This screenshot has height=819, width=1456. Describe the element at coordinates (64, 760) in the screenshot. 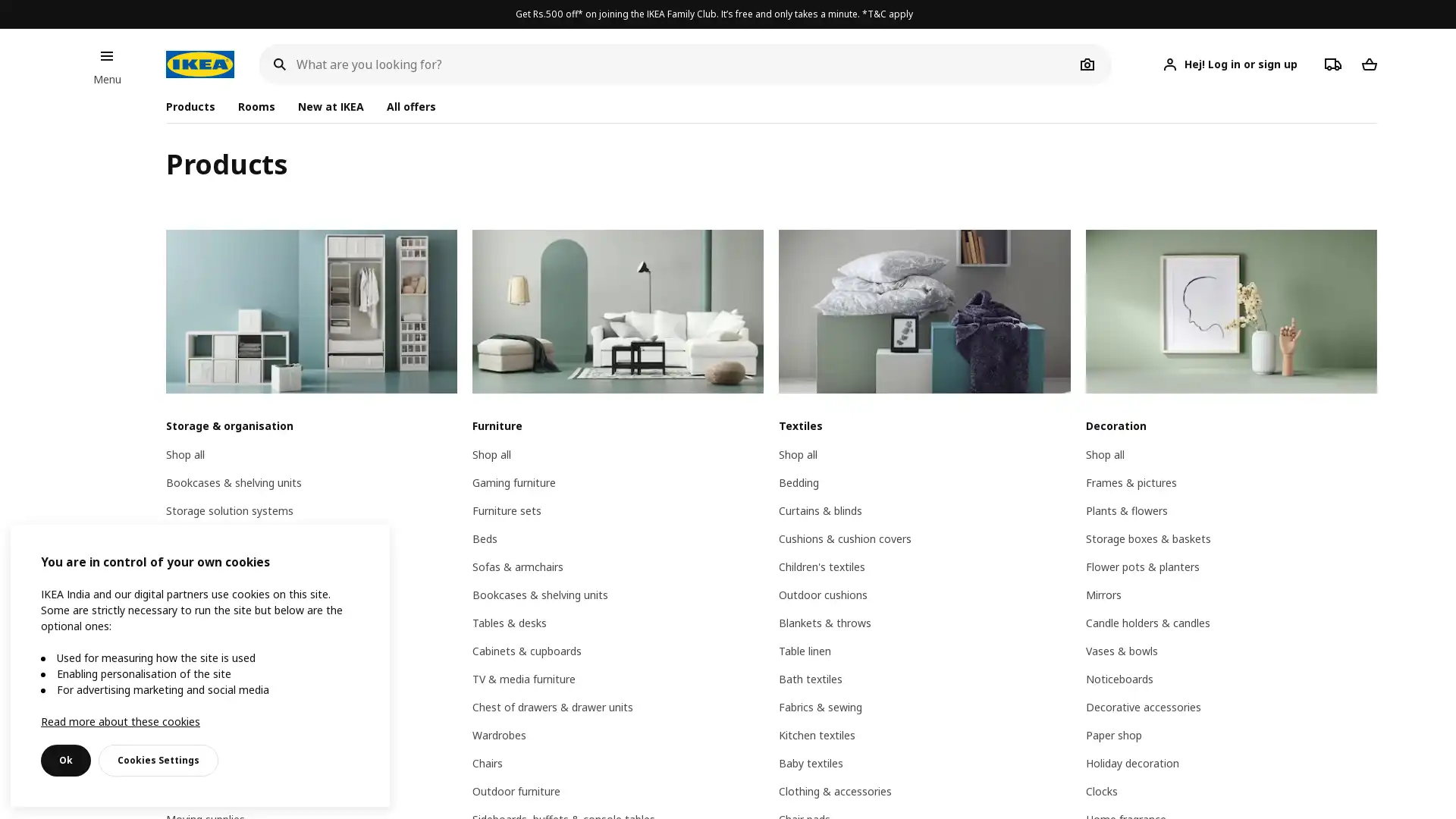

I see `Ok` at that location.